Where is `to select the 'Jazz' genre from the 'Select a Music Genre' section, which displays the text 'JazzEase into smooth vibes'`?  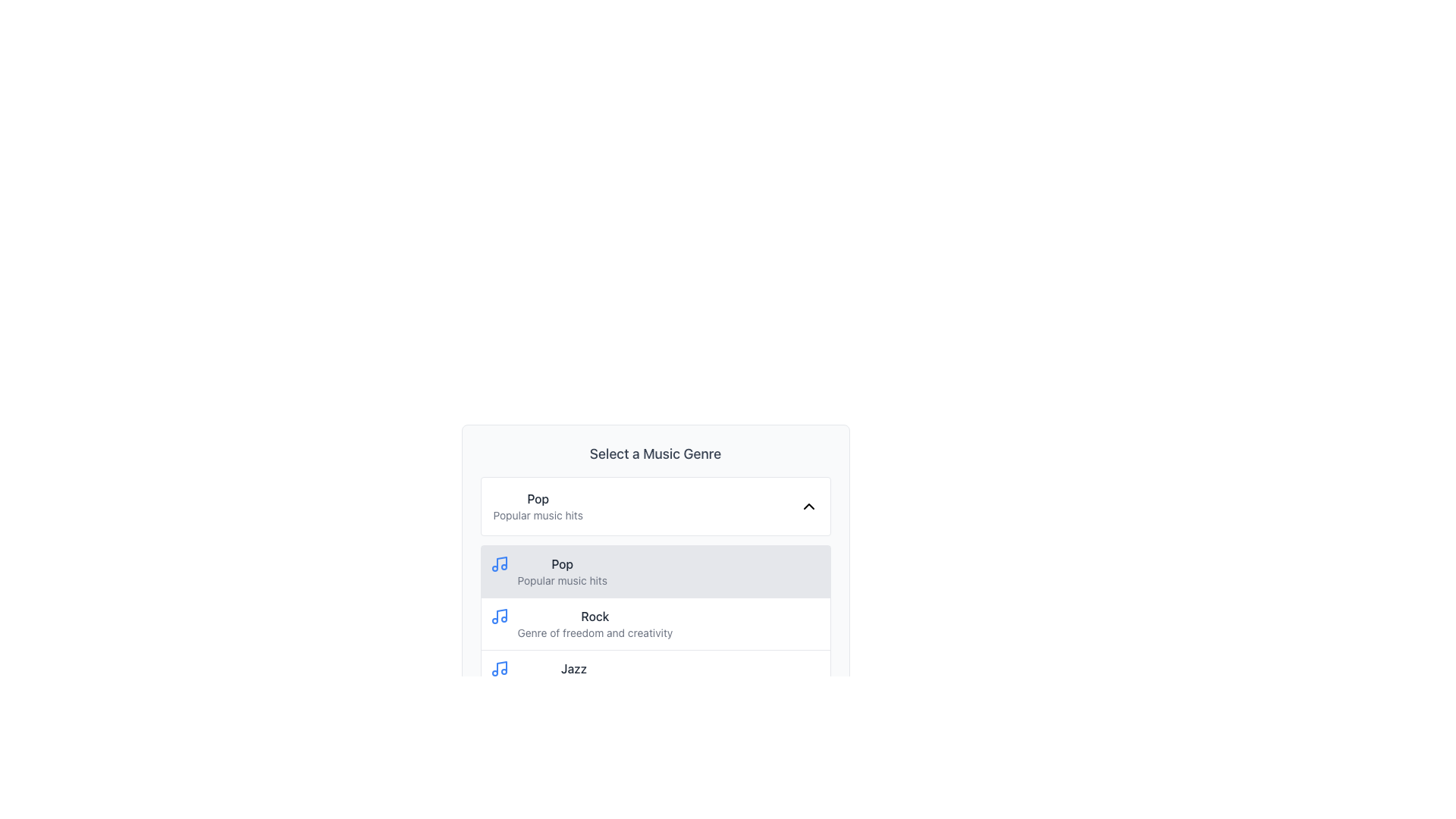 to select the 'Jazz' genre from the 'Select a Music Genre' section, which displays the text 'JazzEase into smooth vibes' is located at coordinates (573, 675).